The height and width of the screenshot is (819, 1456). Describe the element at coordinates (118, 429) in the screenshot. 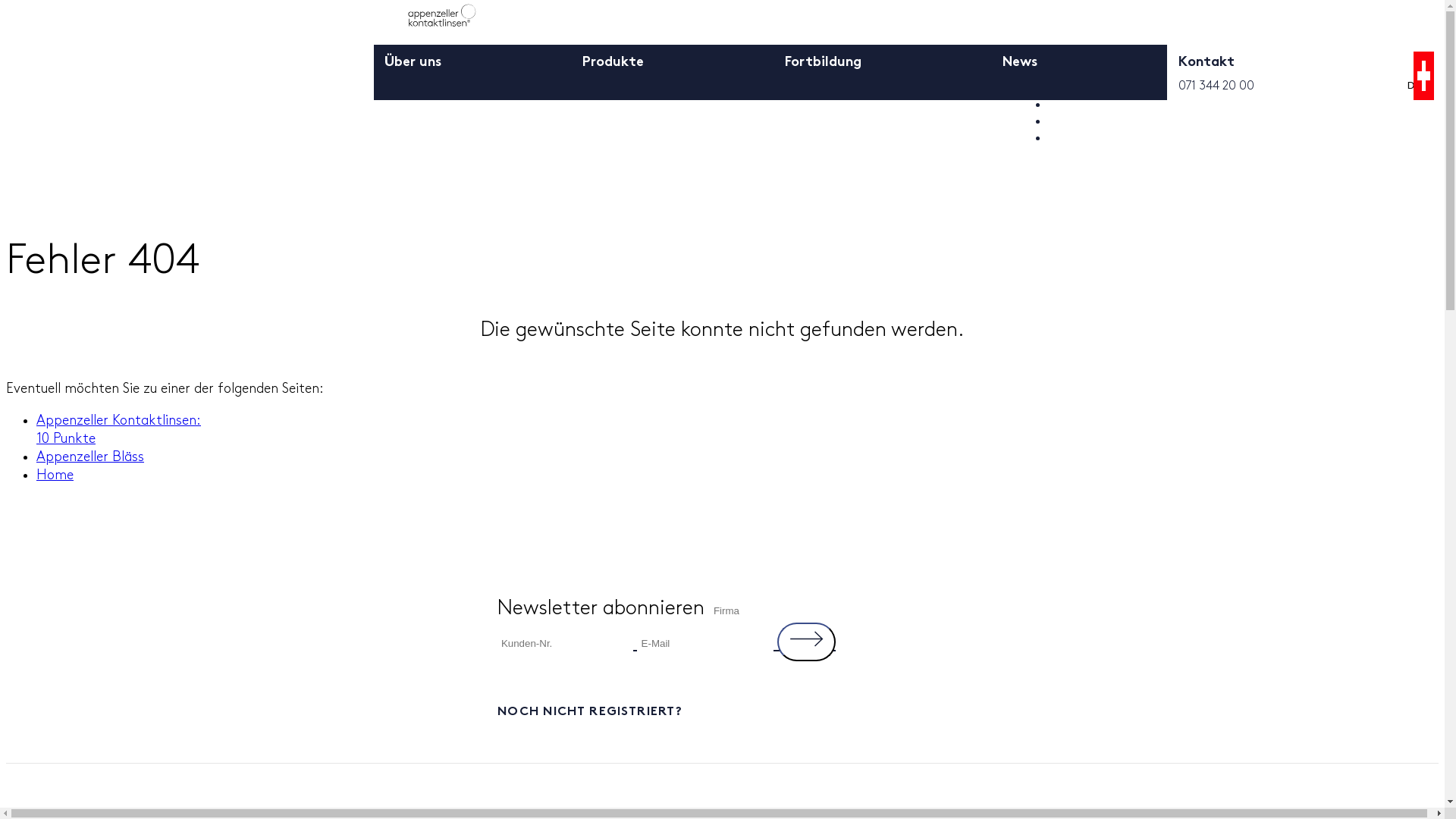

I see `'Appenzeller Kontaktlinsen:` at that location.